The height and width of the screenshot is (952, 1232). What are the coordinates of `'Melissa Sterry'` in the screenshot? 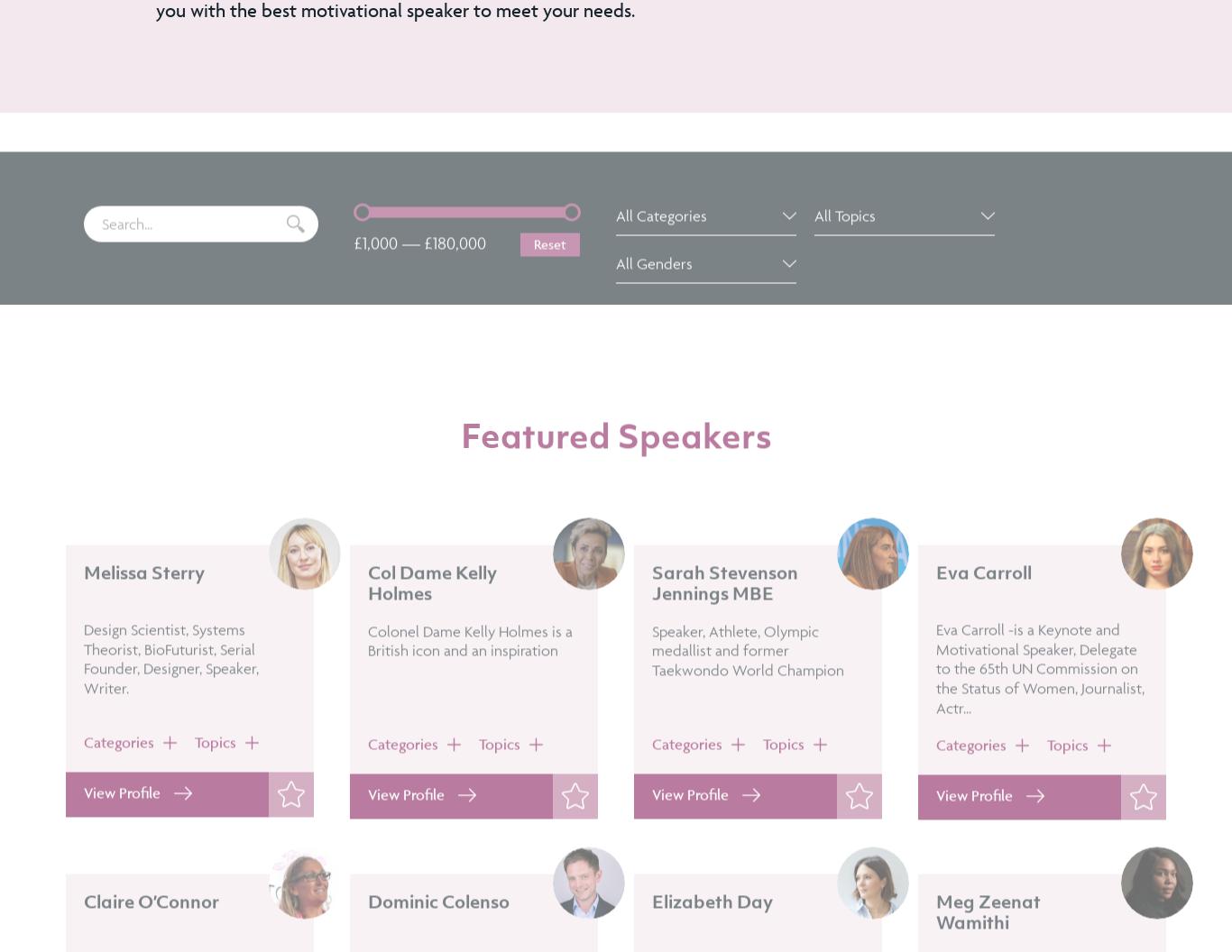 It's located at (143, 623).